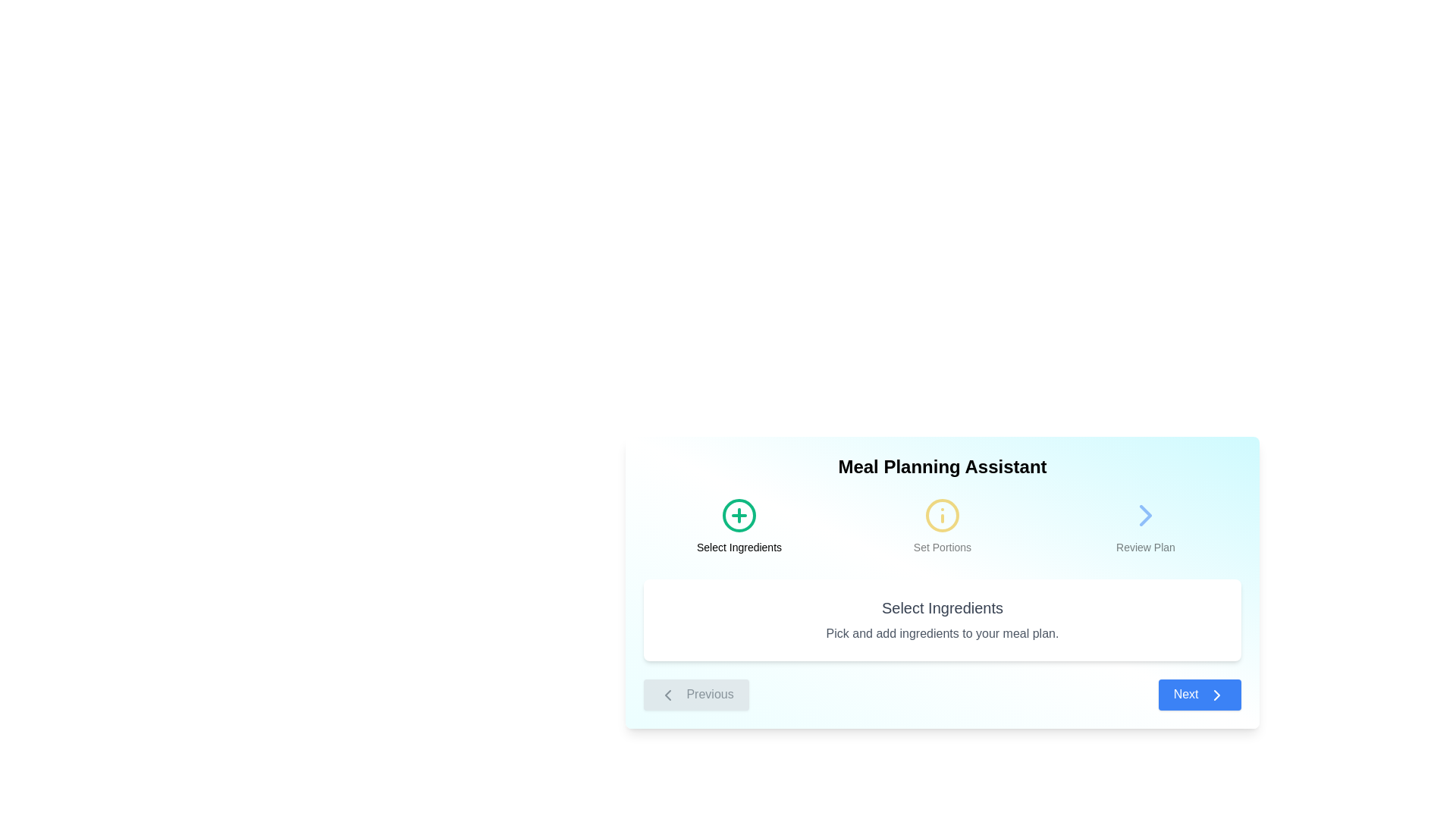 The width and height of the screenshot is (1456, 819). What do you see at coordinates (739, 514) in the screenshot?
I see `the interactive button used for adding or selecting ingredients in the meal planning interface, located at the top-center of the 'Select Ingredients' segment` at bounding box center [739, 514].